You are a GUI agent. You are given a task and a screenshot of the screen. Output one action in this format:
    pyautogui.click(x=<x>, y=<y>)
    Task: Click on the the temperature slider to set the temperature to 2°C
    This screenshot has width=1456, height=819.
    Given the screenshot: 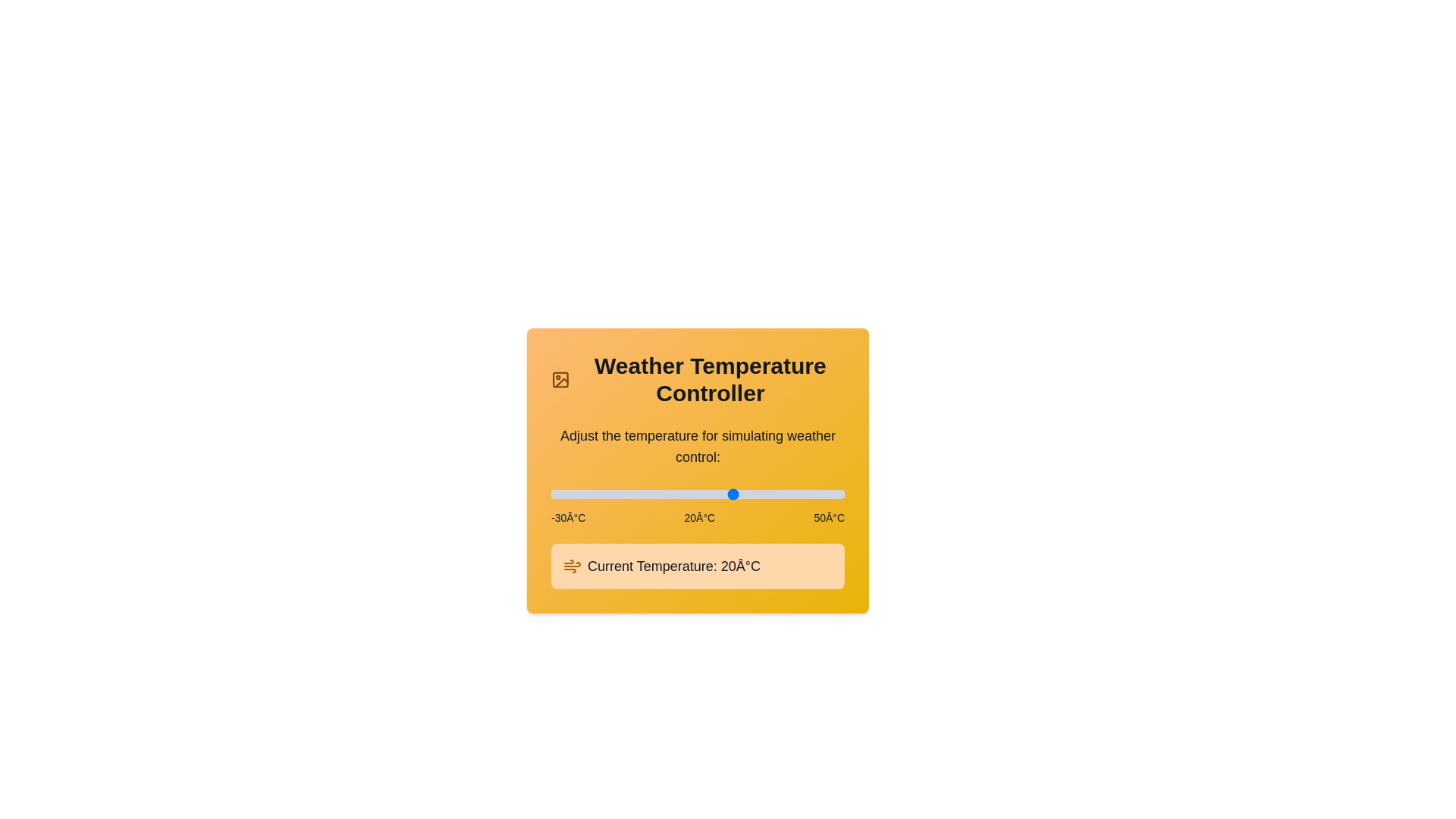 What is the action you would take?
    pyautogui.click(x=667, y=494)
    